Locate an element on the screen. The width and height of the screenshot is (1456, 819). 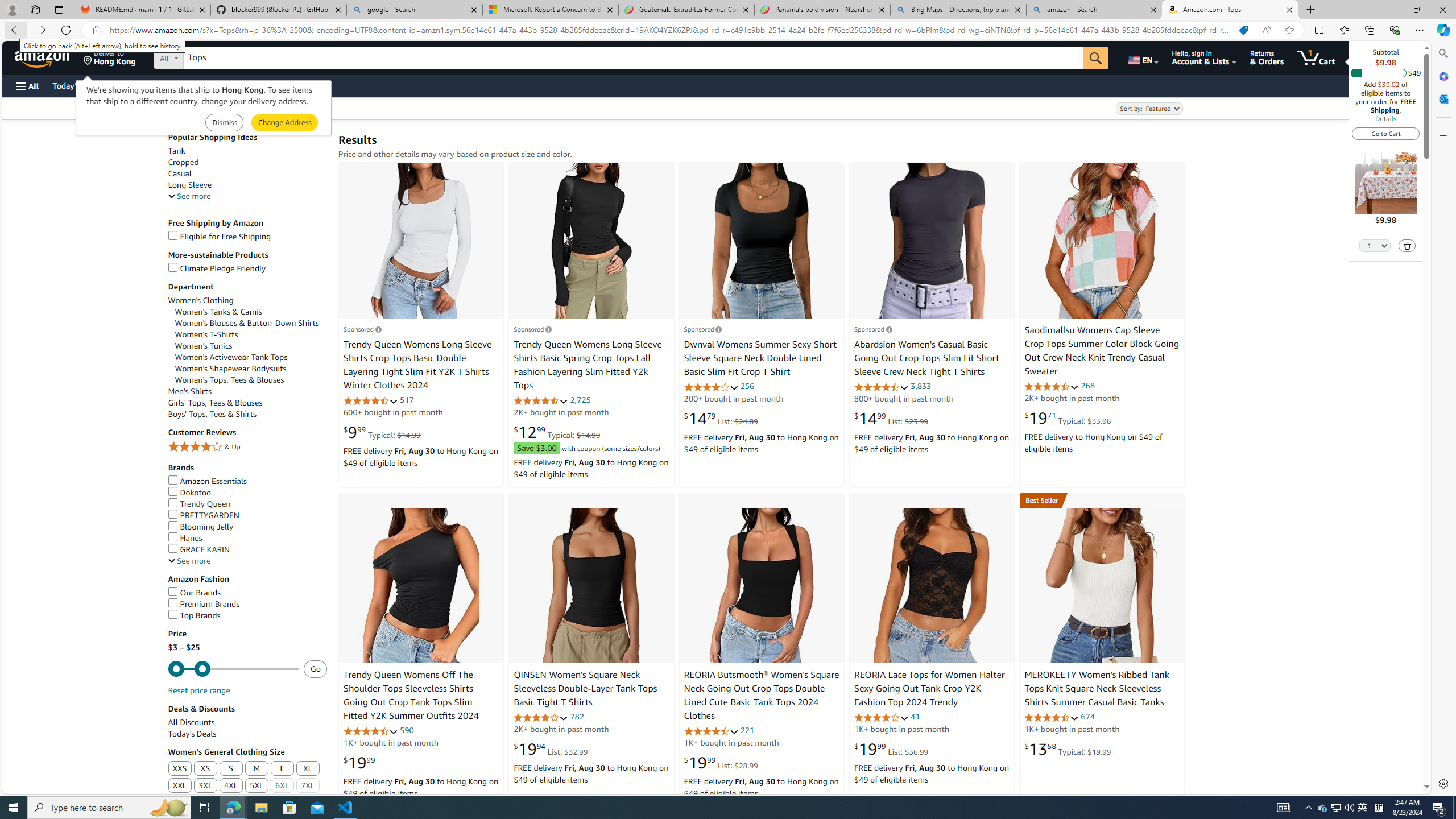
'7XL' is located at coordinates (308, 786).